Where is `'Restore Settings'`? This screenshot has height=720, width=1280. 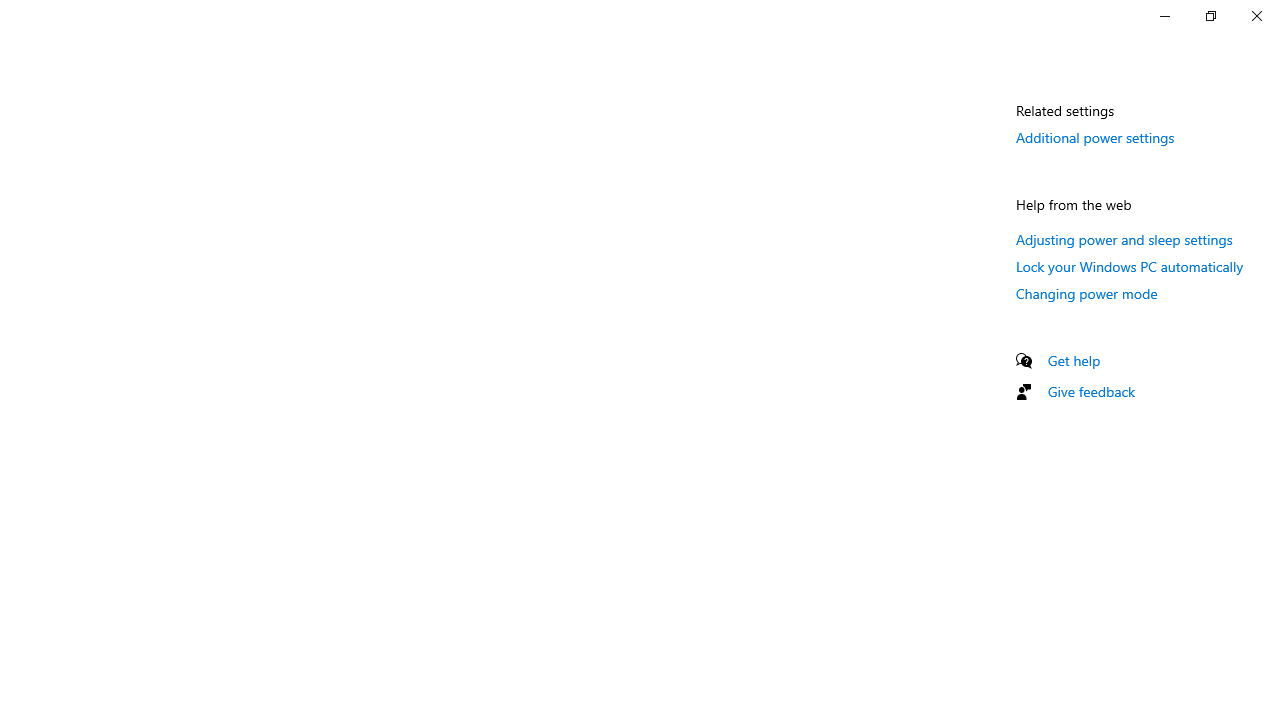 'Restore Settings' is located at coordinates (1209, 15).